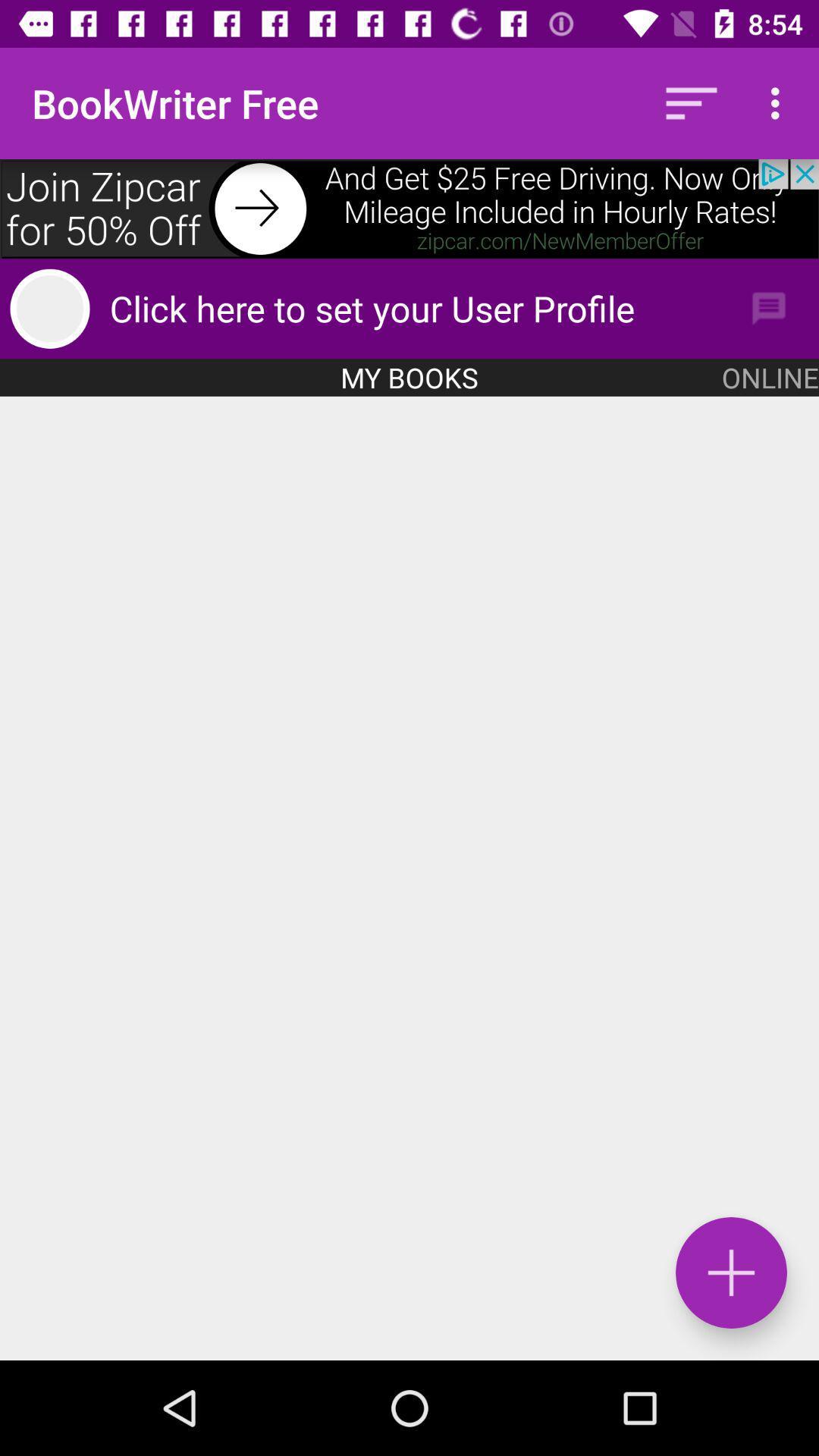 The height and width of the screenshot is (1456, 819). Describe the element at coordinates (409, 208) in the screenshot. I see `banner advertisements` at that location.